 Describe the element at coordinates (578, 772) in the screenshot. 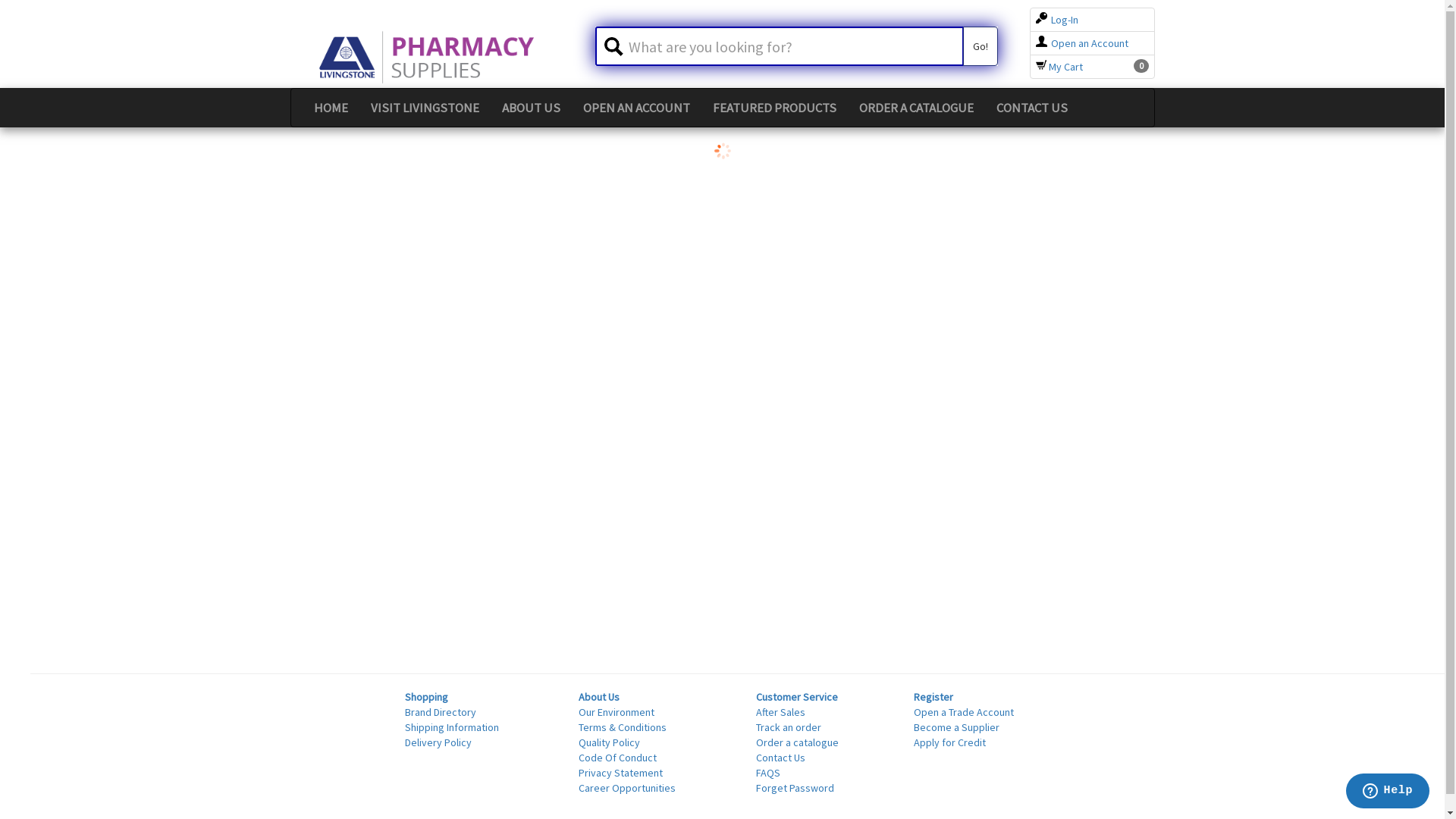

I see `'Privacy Statement'` at that location.